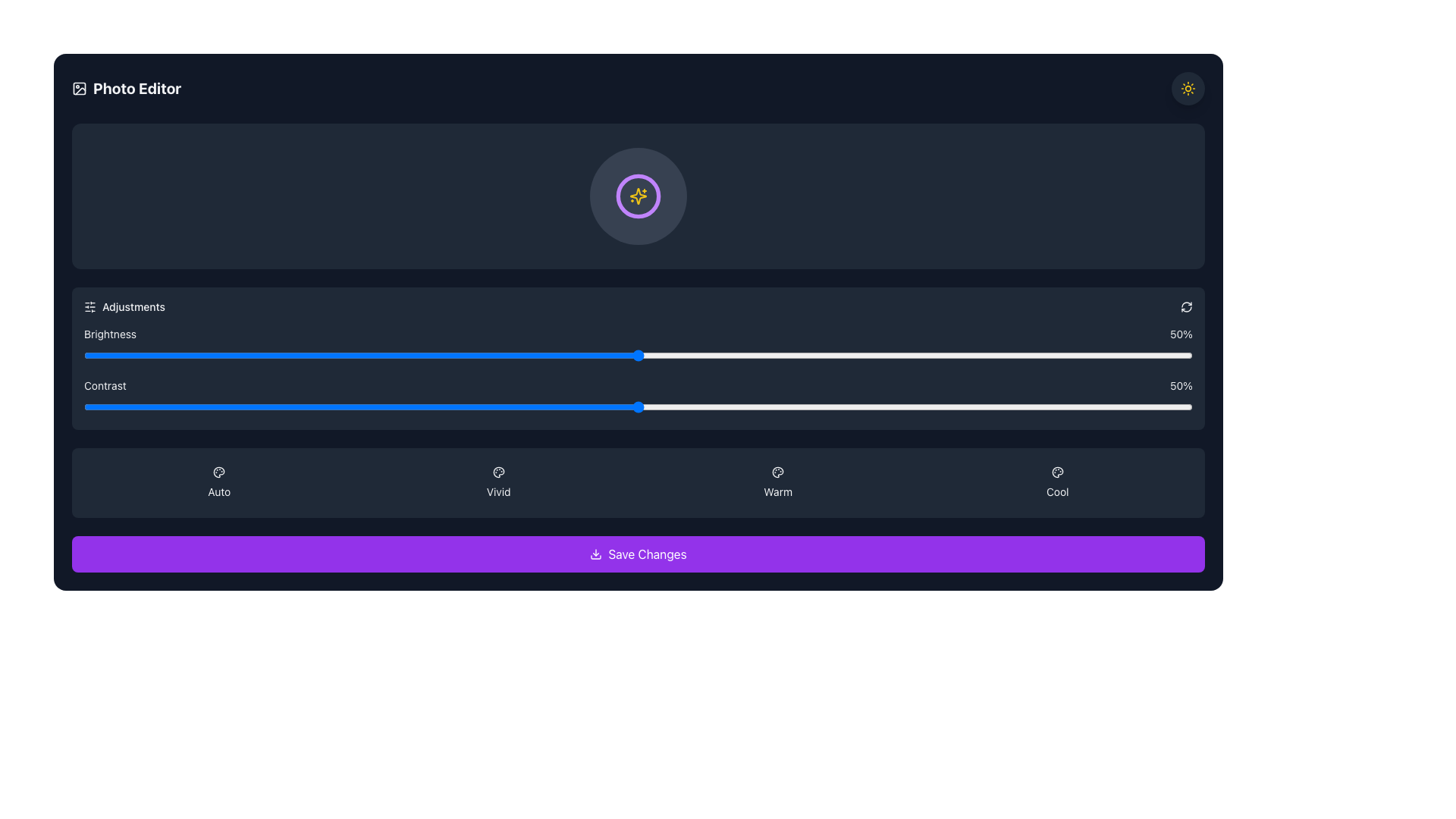  Describe the element at coordinates (959, 356) in the screenshot. I see `brightness` at that location.